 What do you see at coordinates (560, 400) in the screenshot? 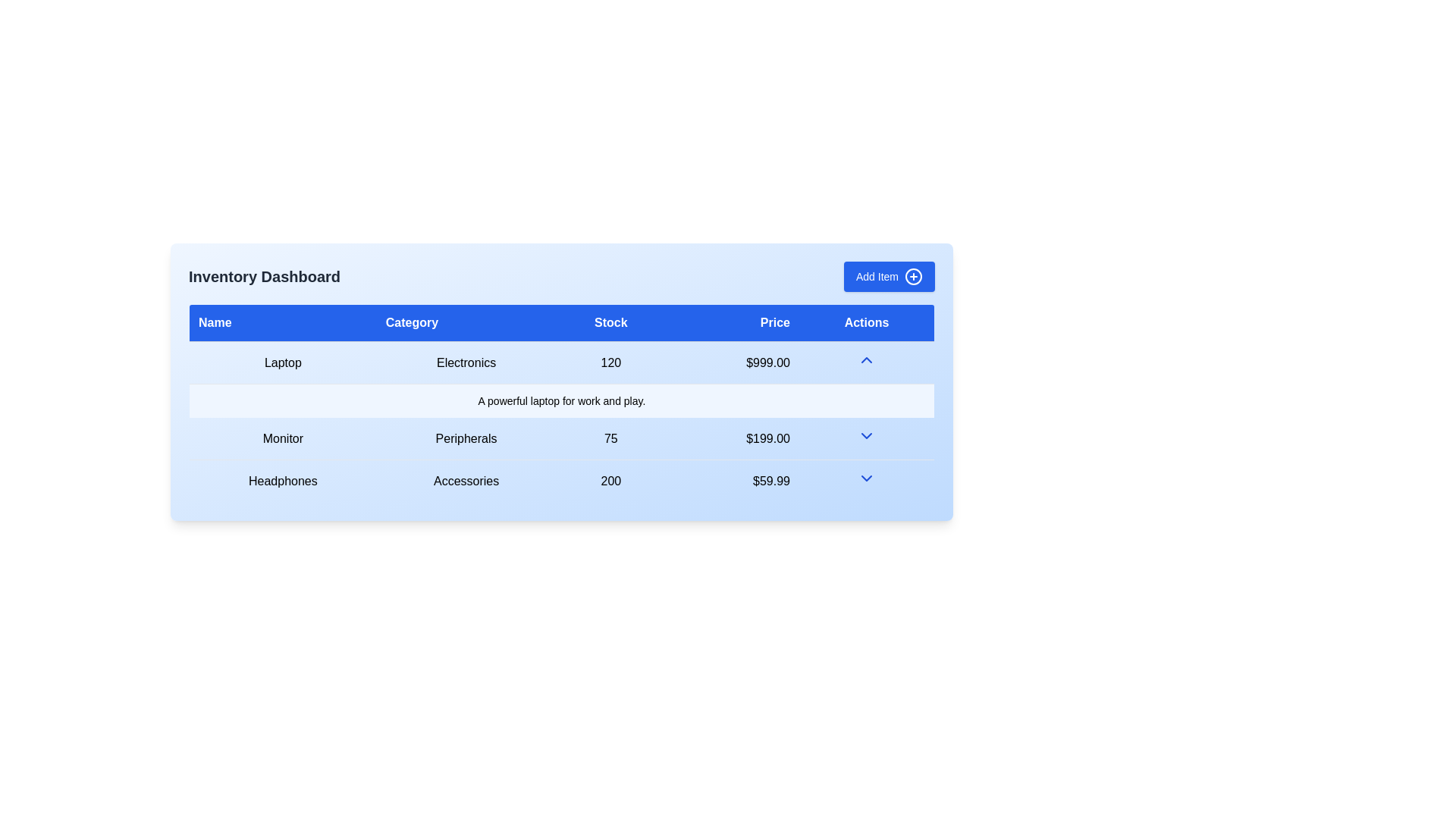
I see `the text element that describes a product, saying 'A powerful laptop for work and play,' which is located in the table under the 'Laptop' section` at bounding box center [560, 400].